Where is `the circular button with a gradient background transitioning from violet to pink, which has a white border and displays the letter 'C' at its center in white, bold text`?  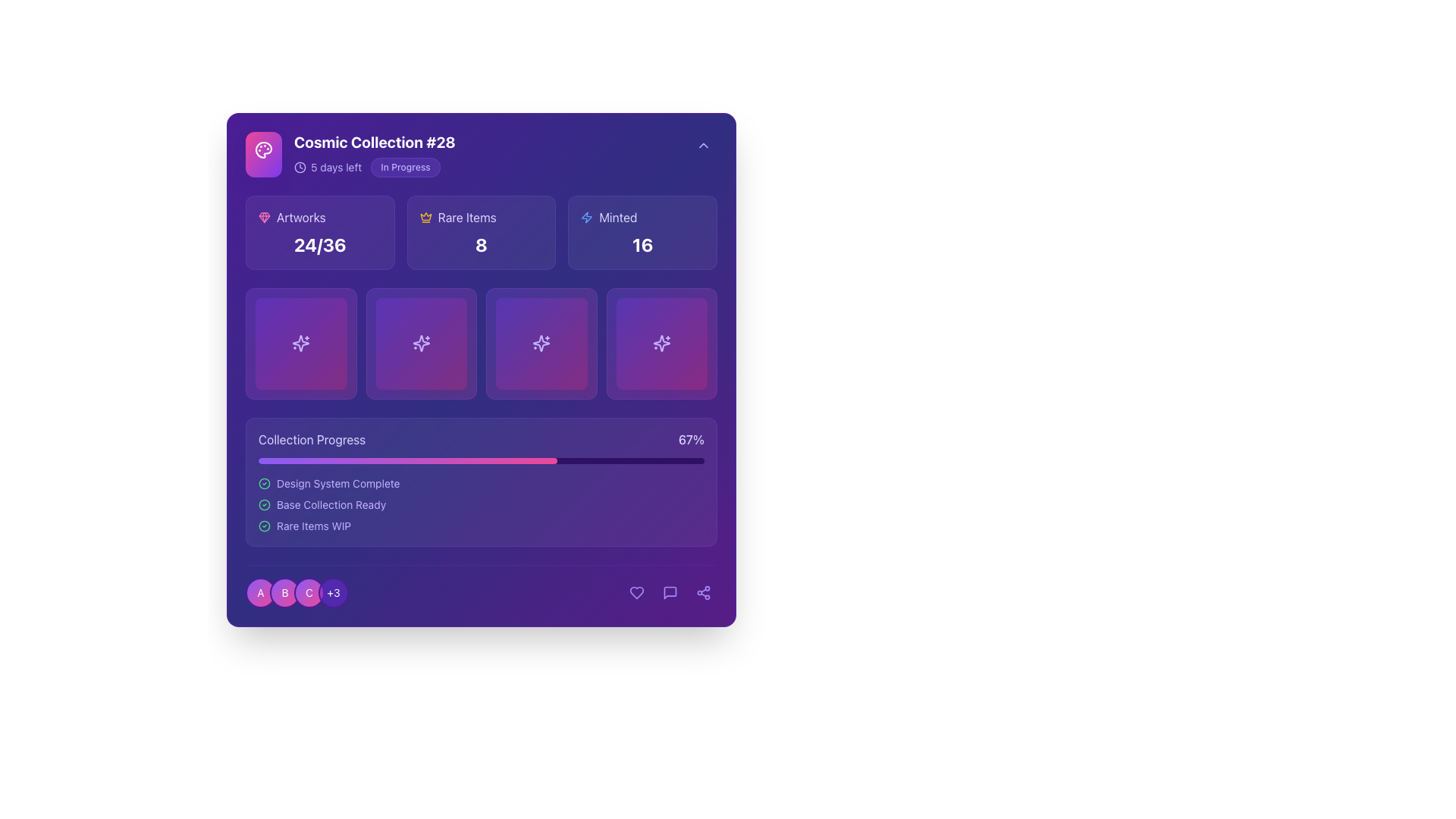
the circular button with a gradient background transitioning from violet to pink, which has a white border and displays the letter 'C' at its center in white, bold text is located at coordinates (309, 591).